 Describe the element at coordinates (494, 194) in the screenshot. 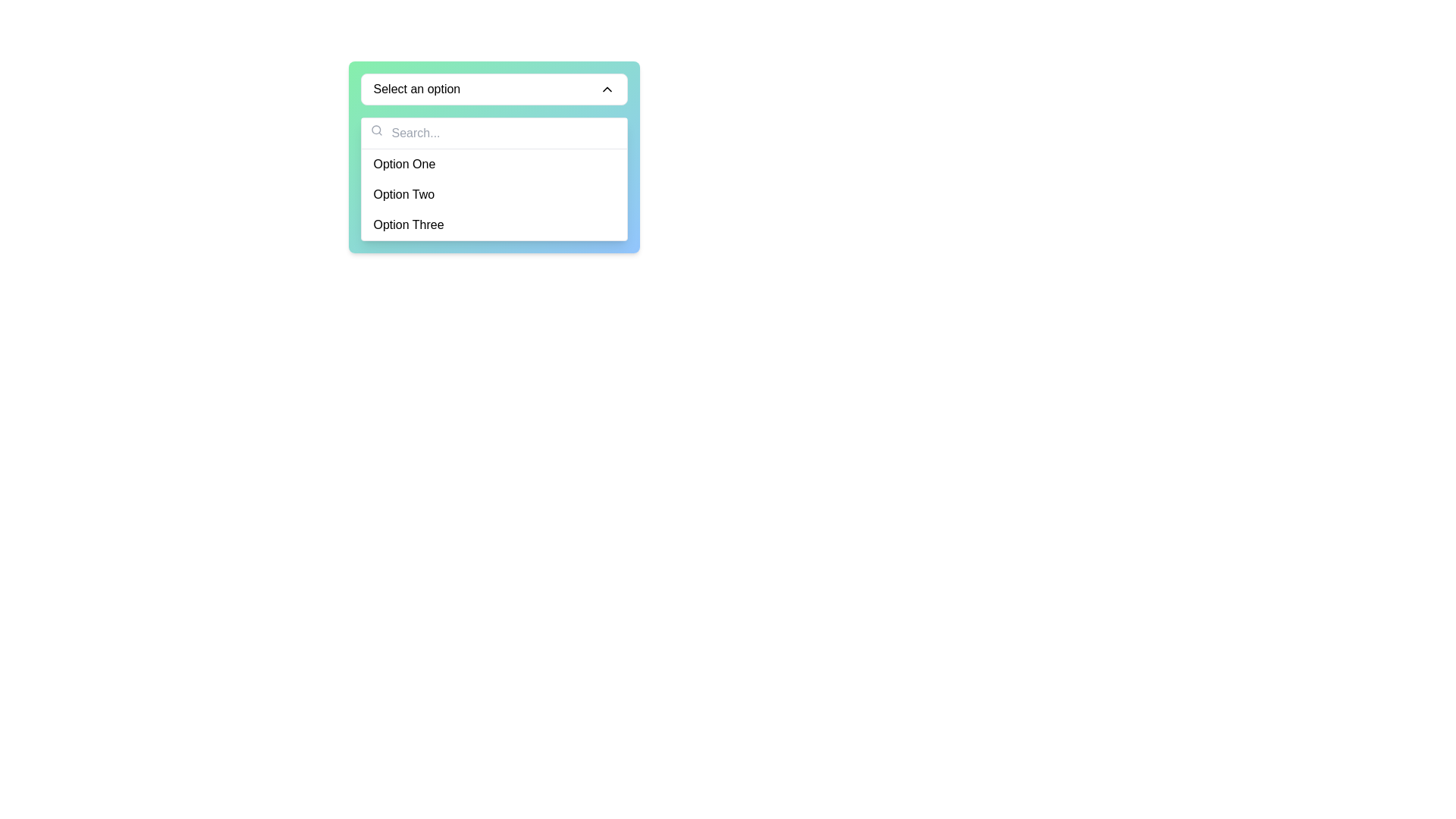

I see `the second option labeled 'Option Two' in the dropdown menu` at that location.